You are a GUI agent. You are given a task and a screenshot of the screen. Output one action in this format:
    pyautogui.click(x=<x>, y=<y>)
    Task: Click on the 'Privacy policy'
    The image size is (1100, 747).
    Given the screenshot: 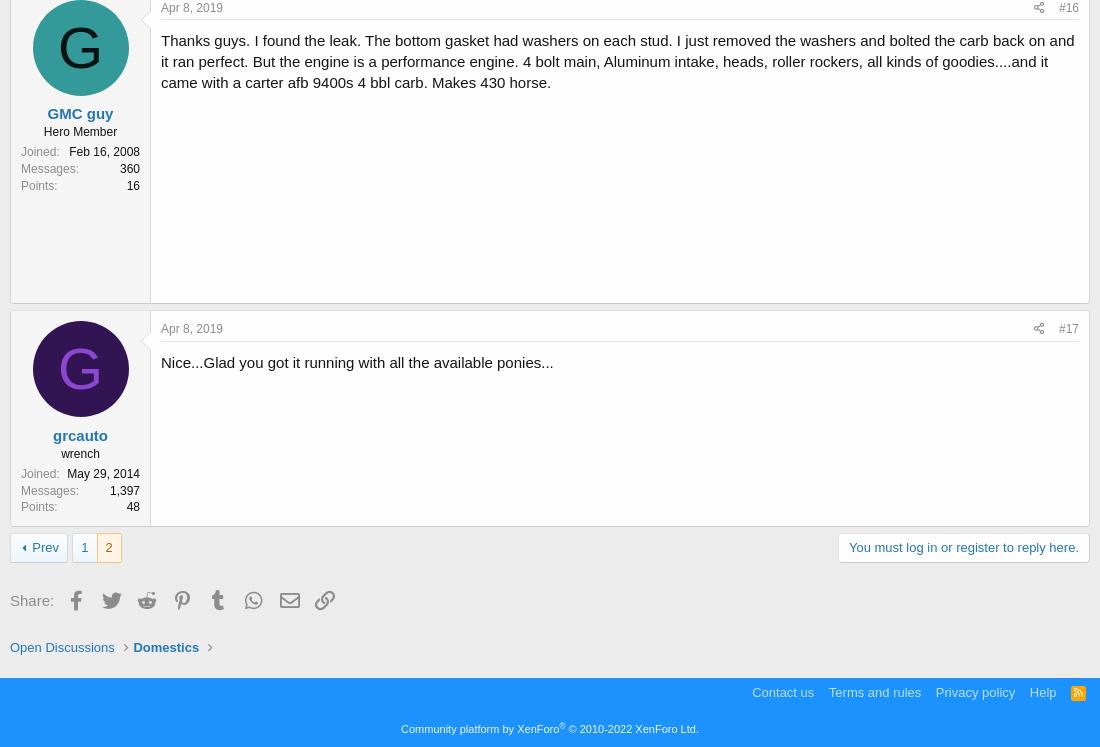 What is the action you would take?
    pyautogui.click(x=974, y=691)
    